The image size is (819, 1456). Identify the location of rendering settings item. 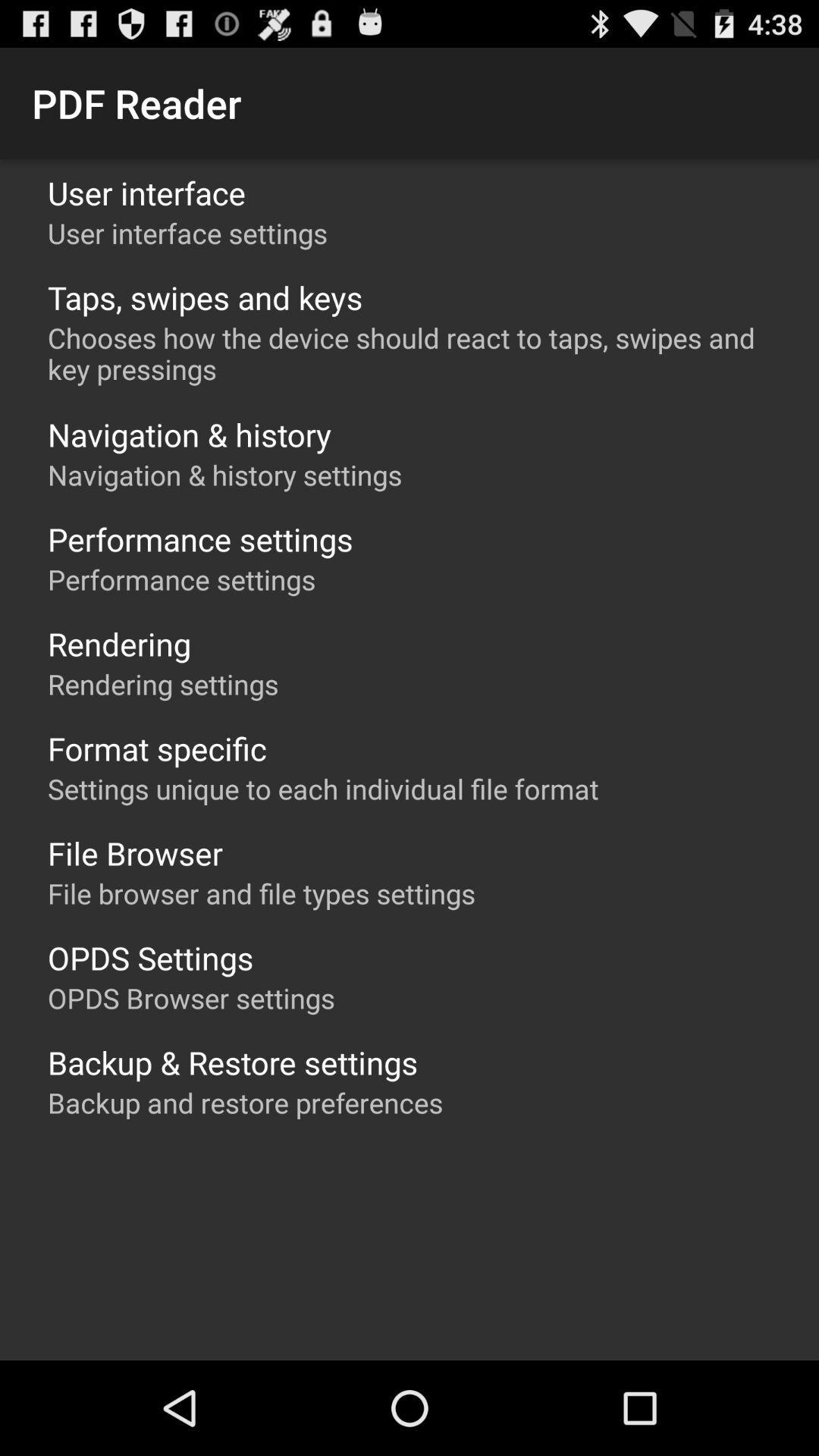
(163, 683).